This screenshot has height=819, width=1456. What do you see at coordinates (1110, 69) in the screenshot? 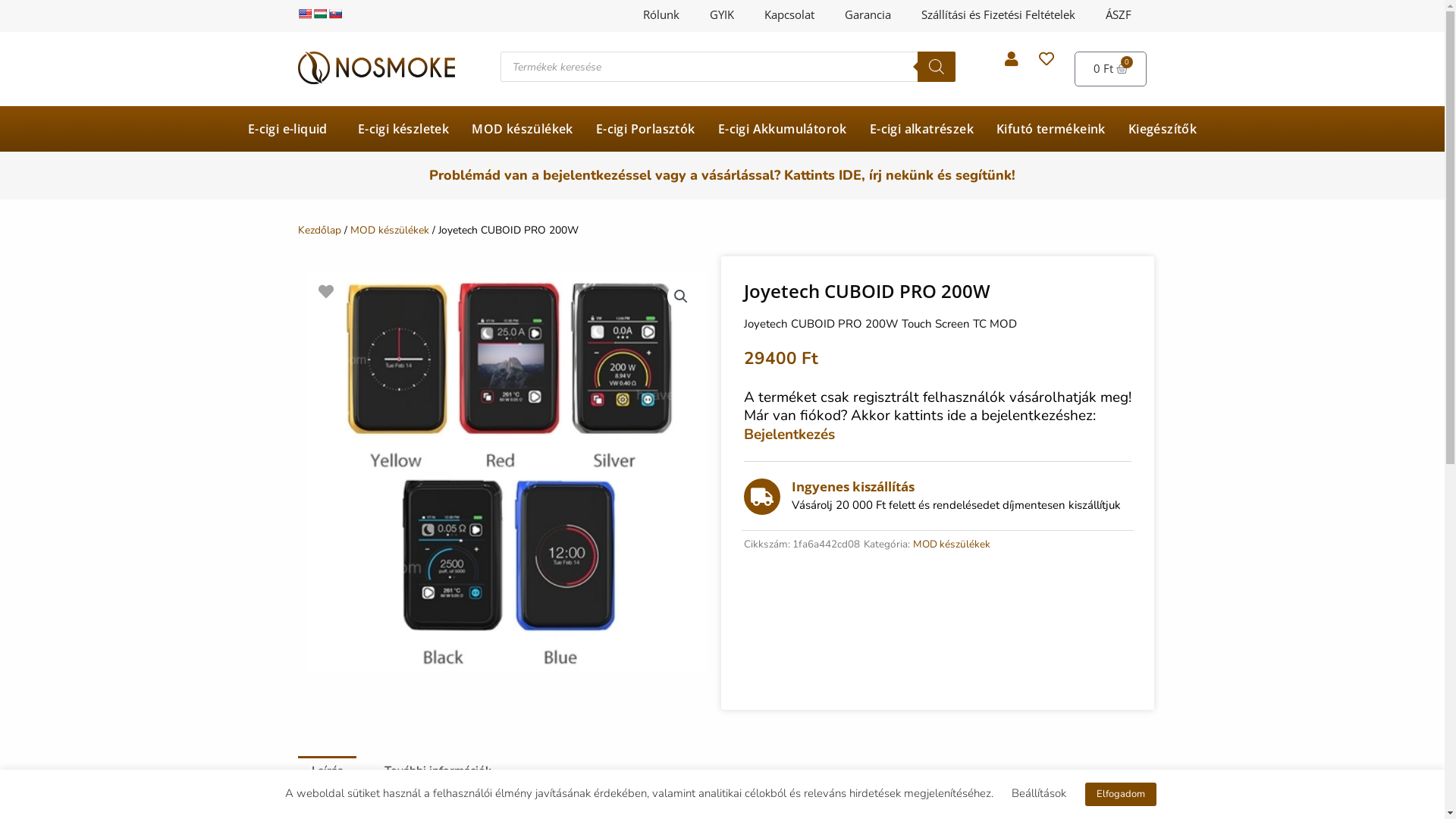
I see `'0 Ft` at bounding box center [1110, 69].